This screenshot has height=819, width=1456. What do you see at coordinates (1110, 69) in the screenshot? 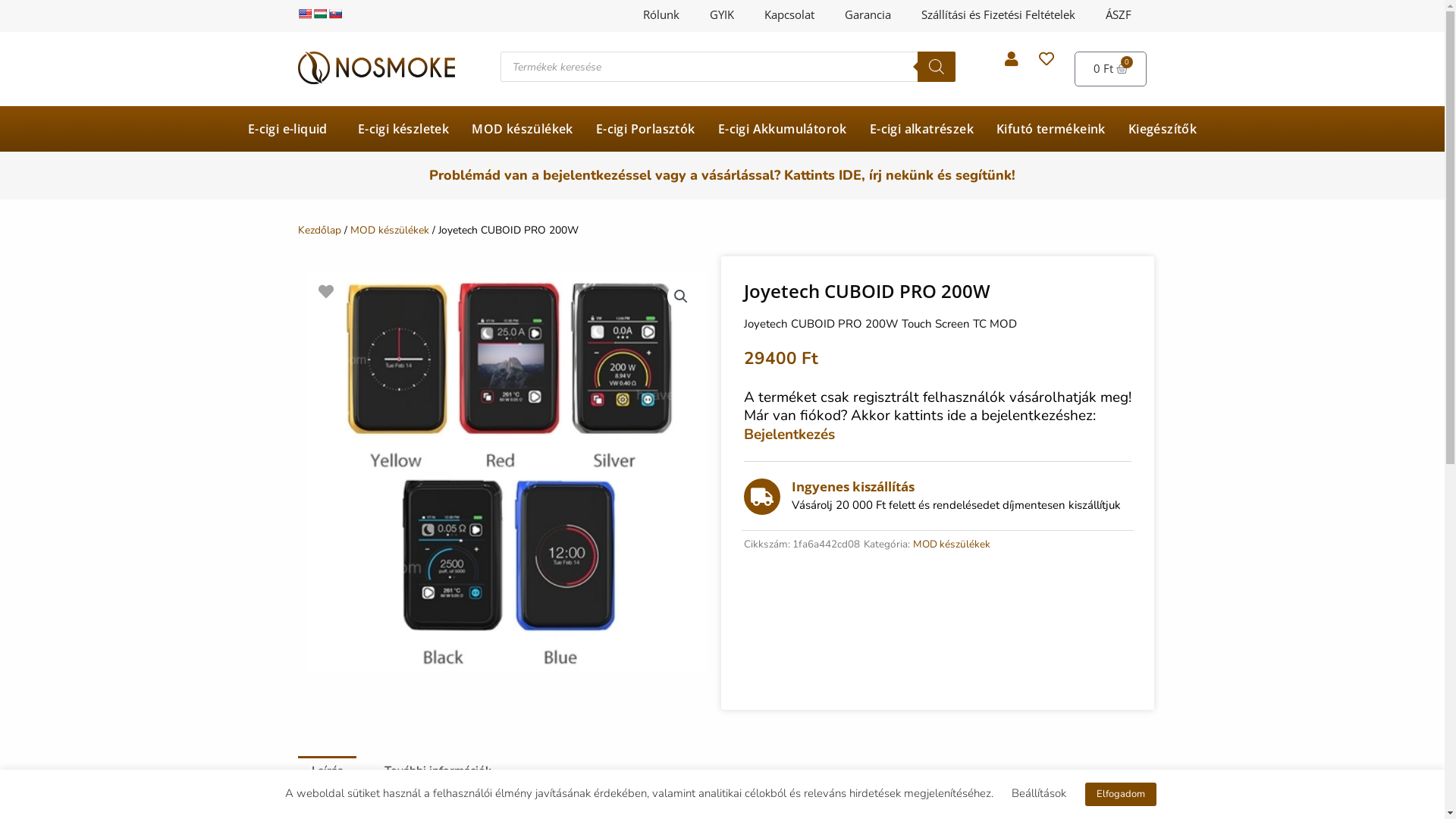
I see `'0 Ft` at bounding box center [1110, 69].